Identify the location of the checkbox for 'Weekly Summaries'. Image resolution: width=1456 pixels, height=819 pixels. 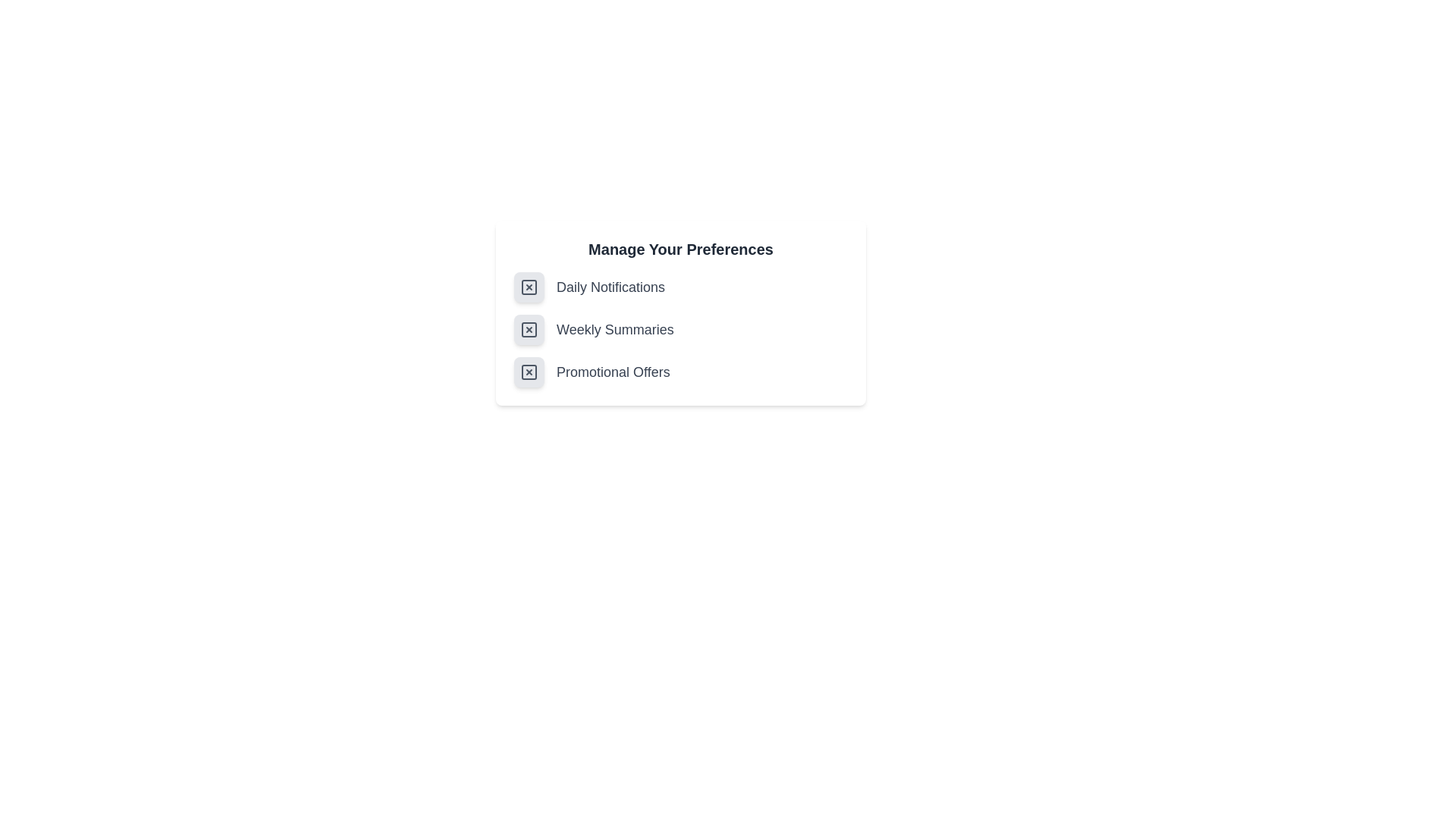
(679, 329).